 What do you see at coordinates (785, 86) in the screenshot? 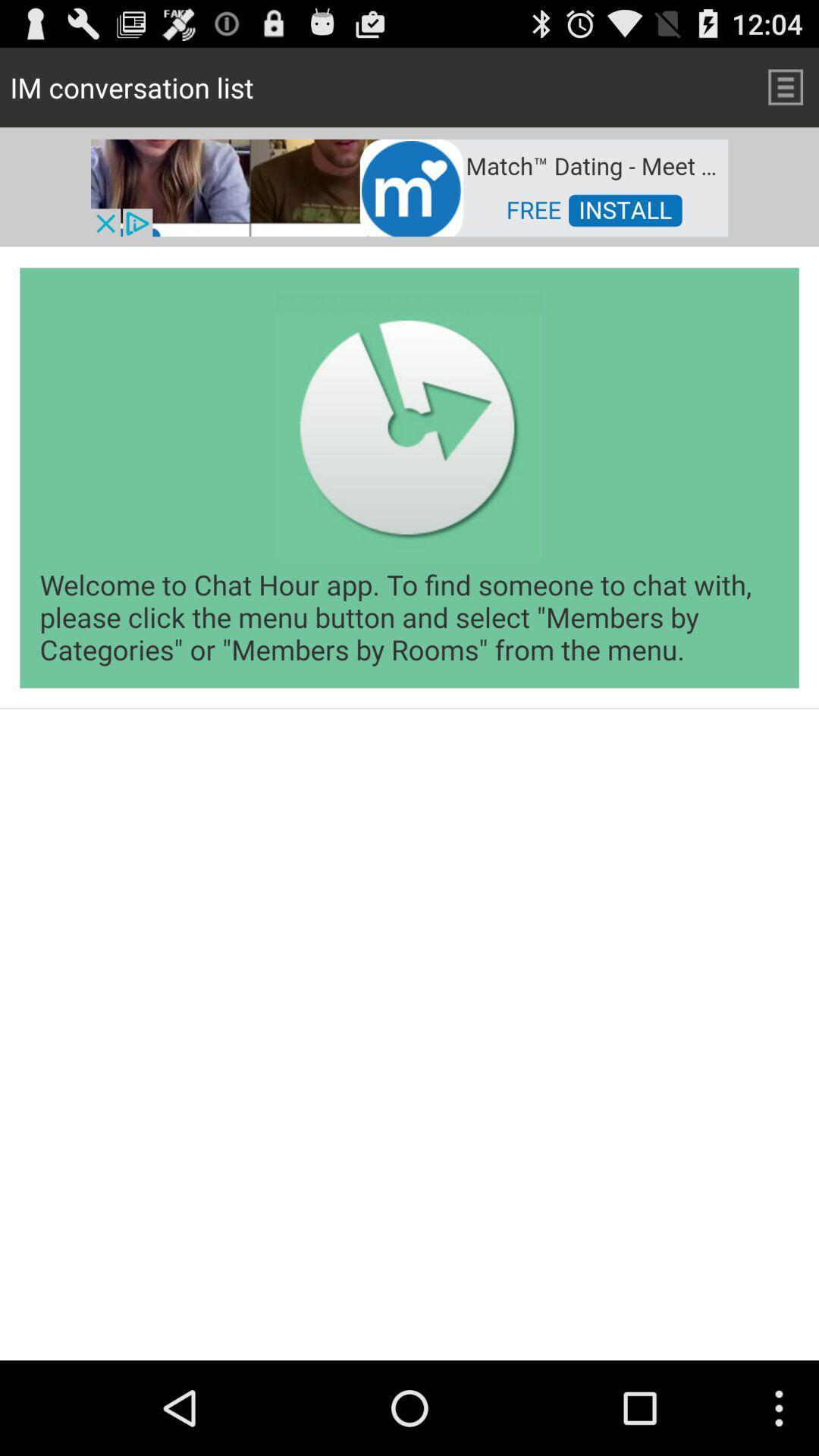
I see `more` at bounding box center [785, 86].